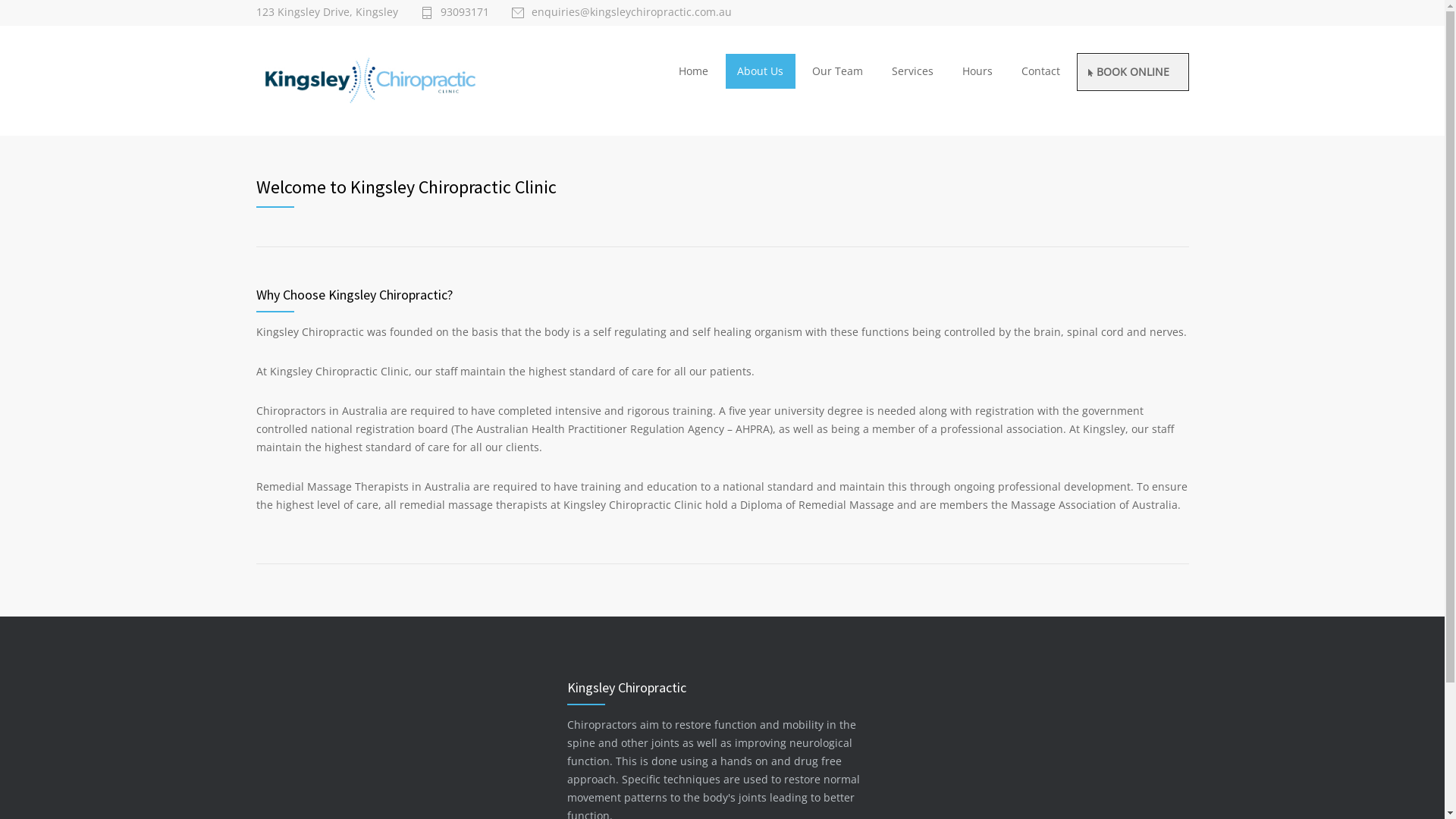 The height and width of the screenshot is (819, 1456). What do you see at coordinates (692, 71) in the screenshot?
I see `'Home'` at bounding box center [692, 71].